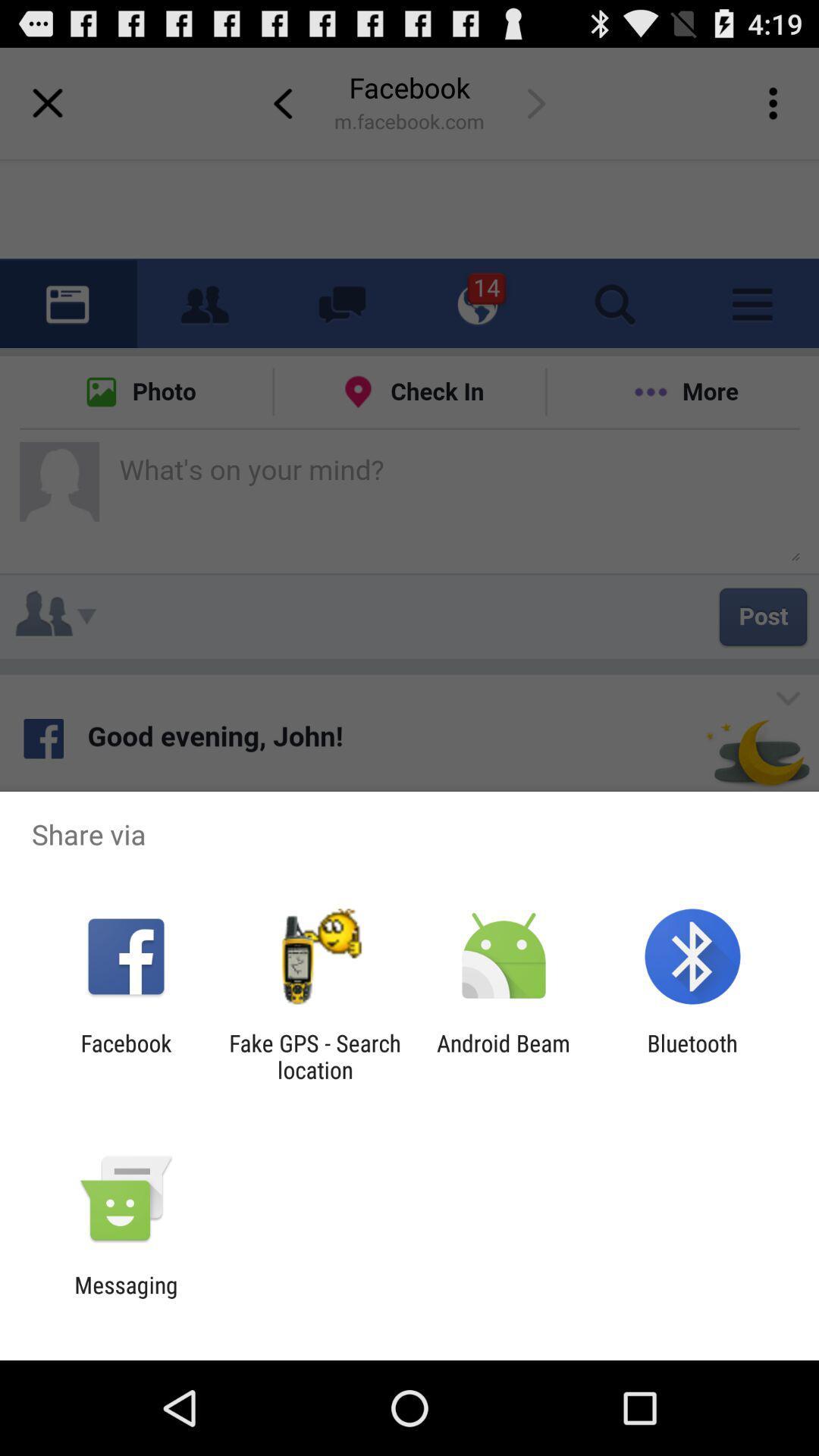  What do you see at coordinates (314, 1056) in the screenshot?
I see `fake gps search icon` at bounding box center [314, 1056].